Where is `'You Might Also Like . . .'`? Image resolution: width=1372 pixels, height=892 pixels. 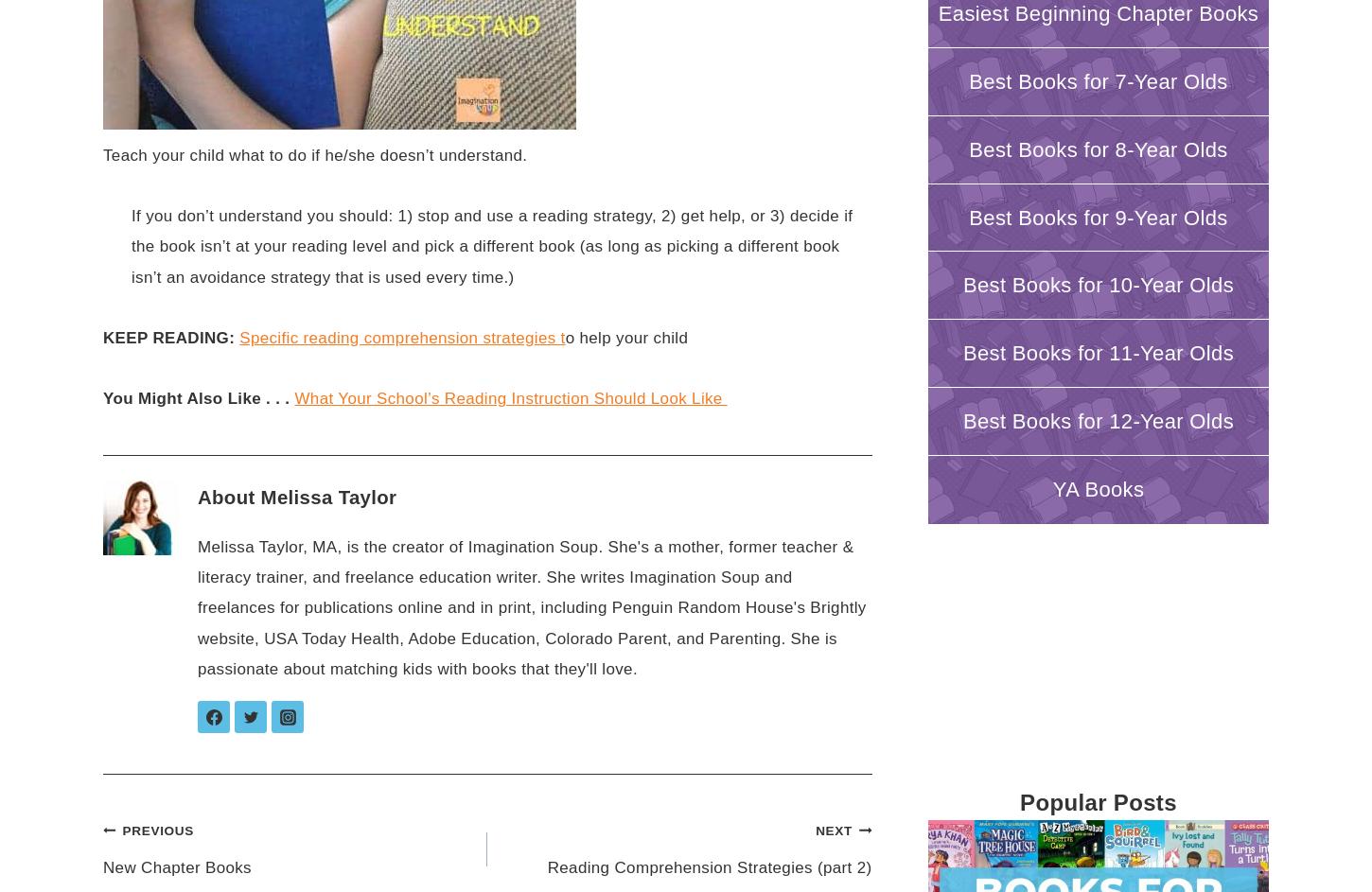
'You Might Also Like . . .' is located at coordinates (195, 398).